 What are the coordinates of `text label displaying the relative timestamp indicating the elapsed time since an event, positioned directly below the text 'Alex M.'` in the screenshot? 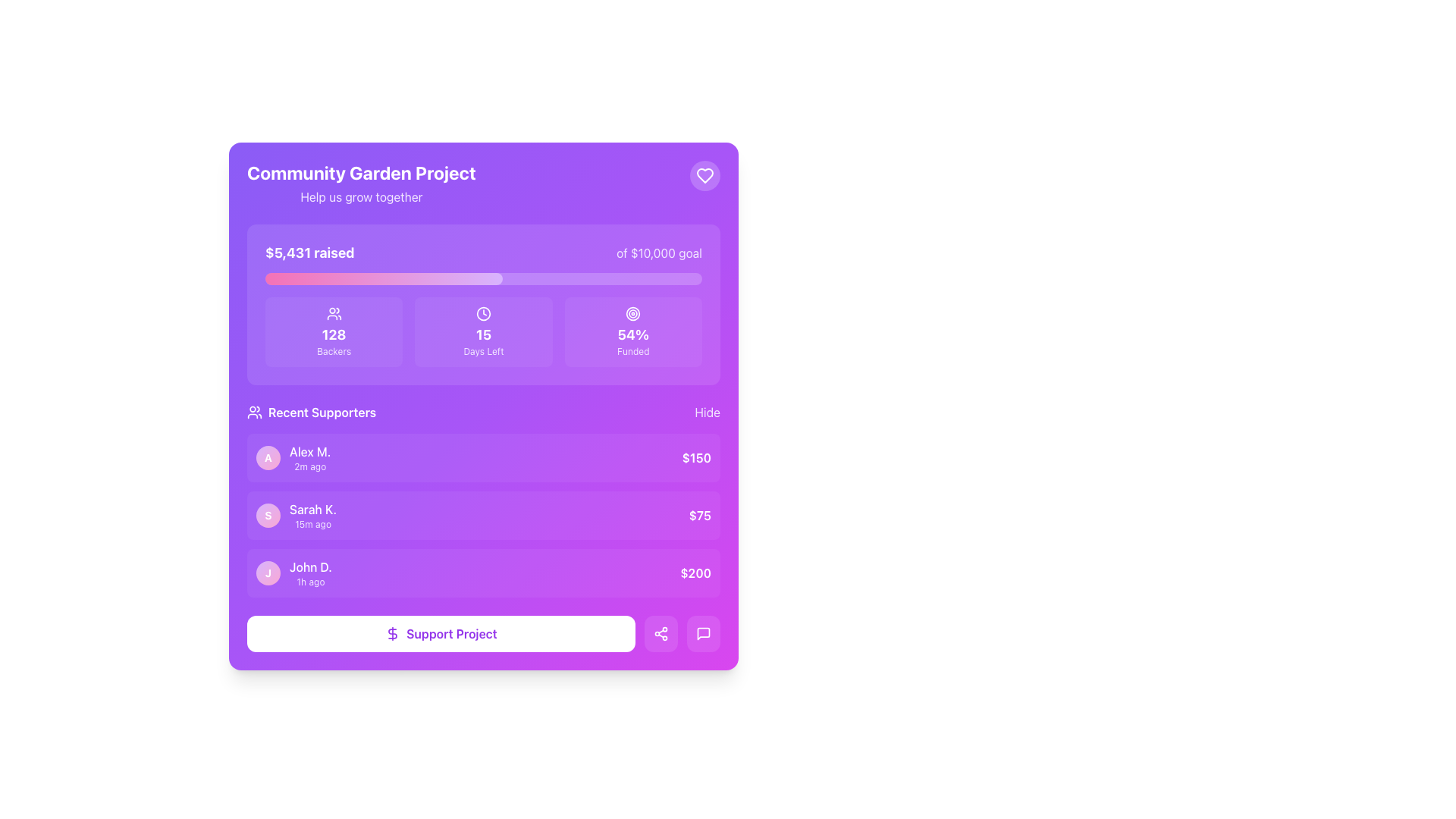 It's located at (309, 466).